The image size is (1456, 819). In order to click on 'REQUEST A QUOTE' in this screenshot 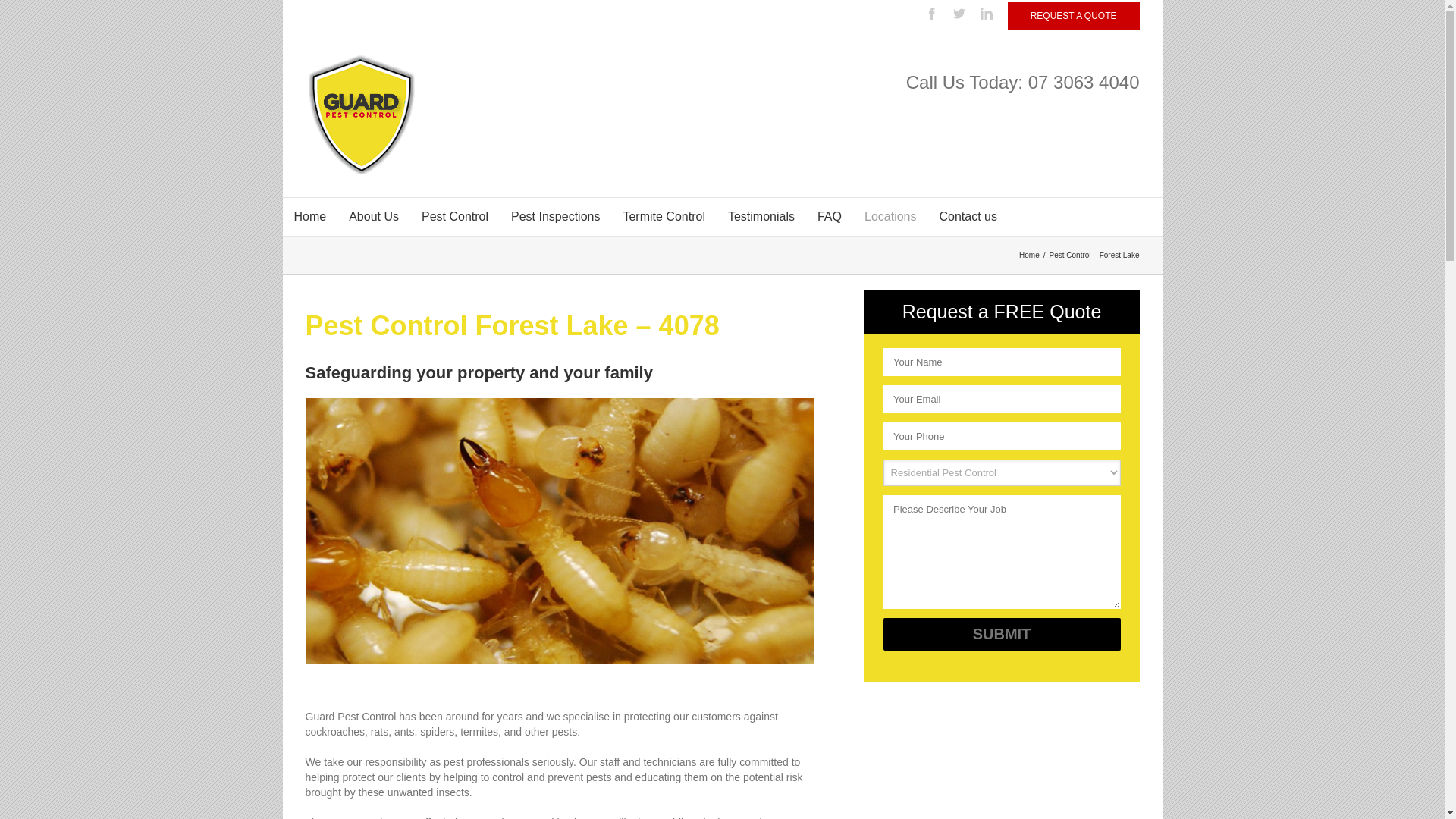, I will do `click(1073, 15)`.